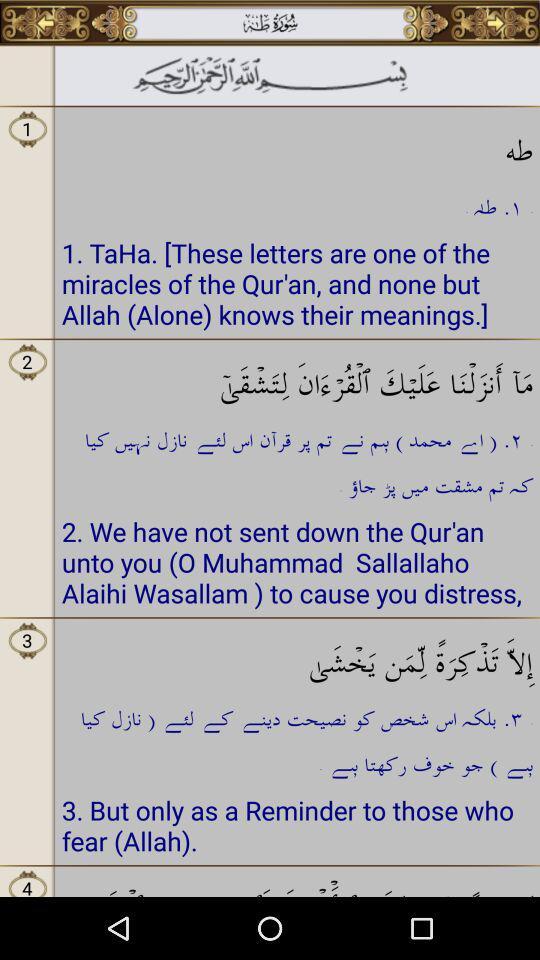 The width and height of the screenshot is (540, 960). What do you see at coordinates (45, 22) in the screenshot?
I see `go back` at bounding box center [45, 22].